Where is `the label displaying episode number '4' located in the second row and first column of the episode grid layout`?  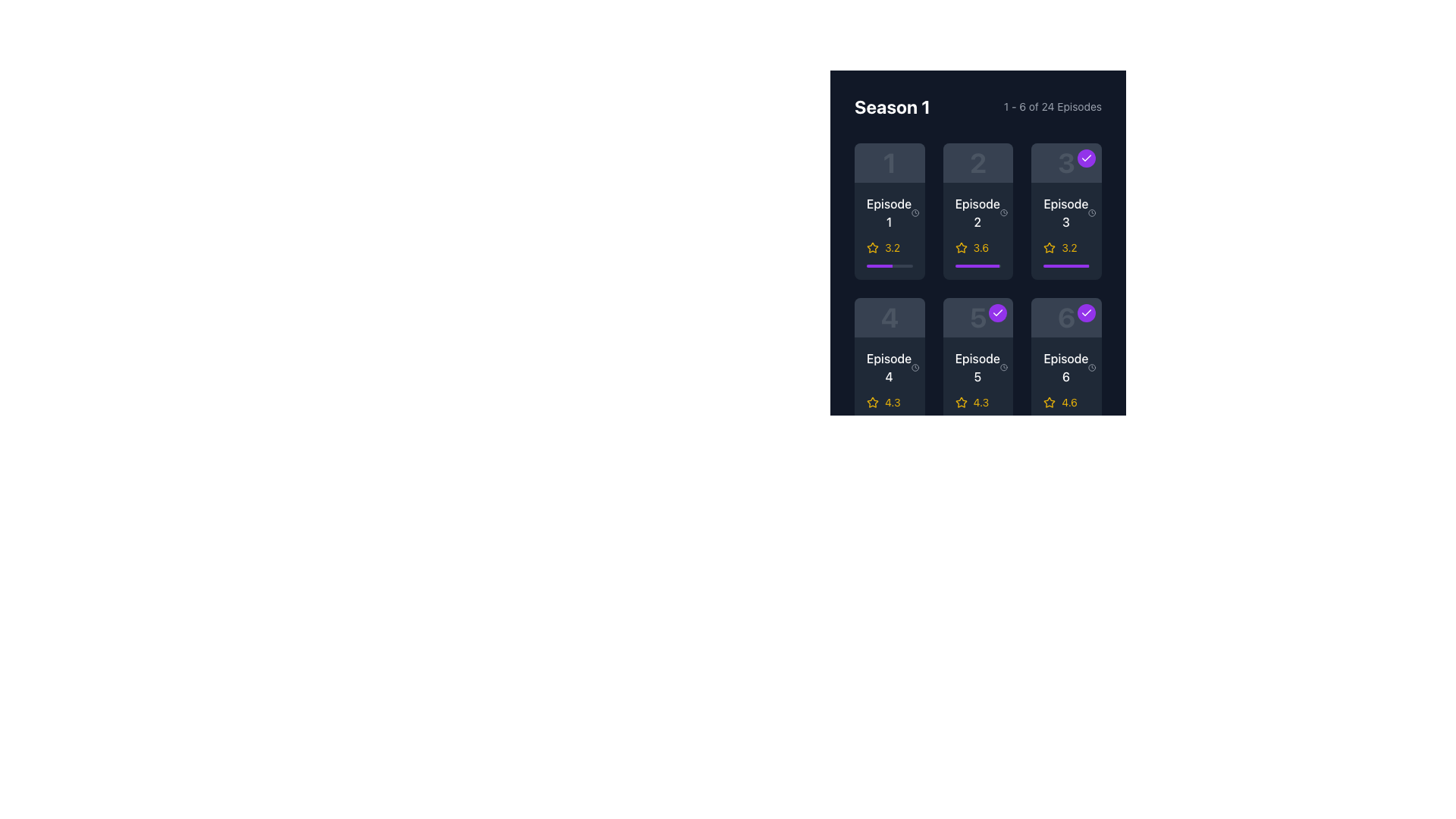 the label displaying episode number '4' located in the second row and first column of the episode grid layout is located at coordinates (890, 368).